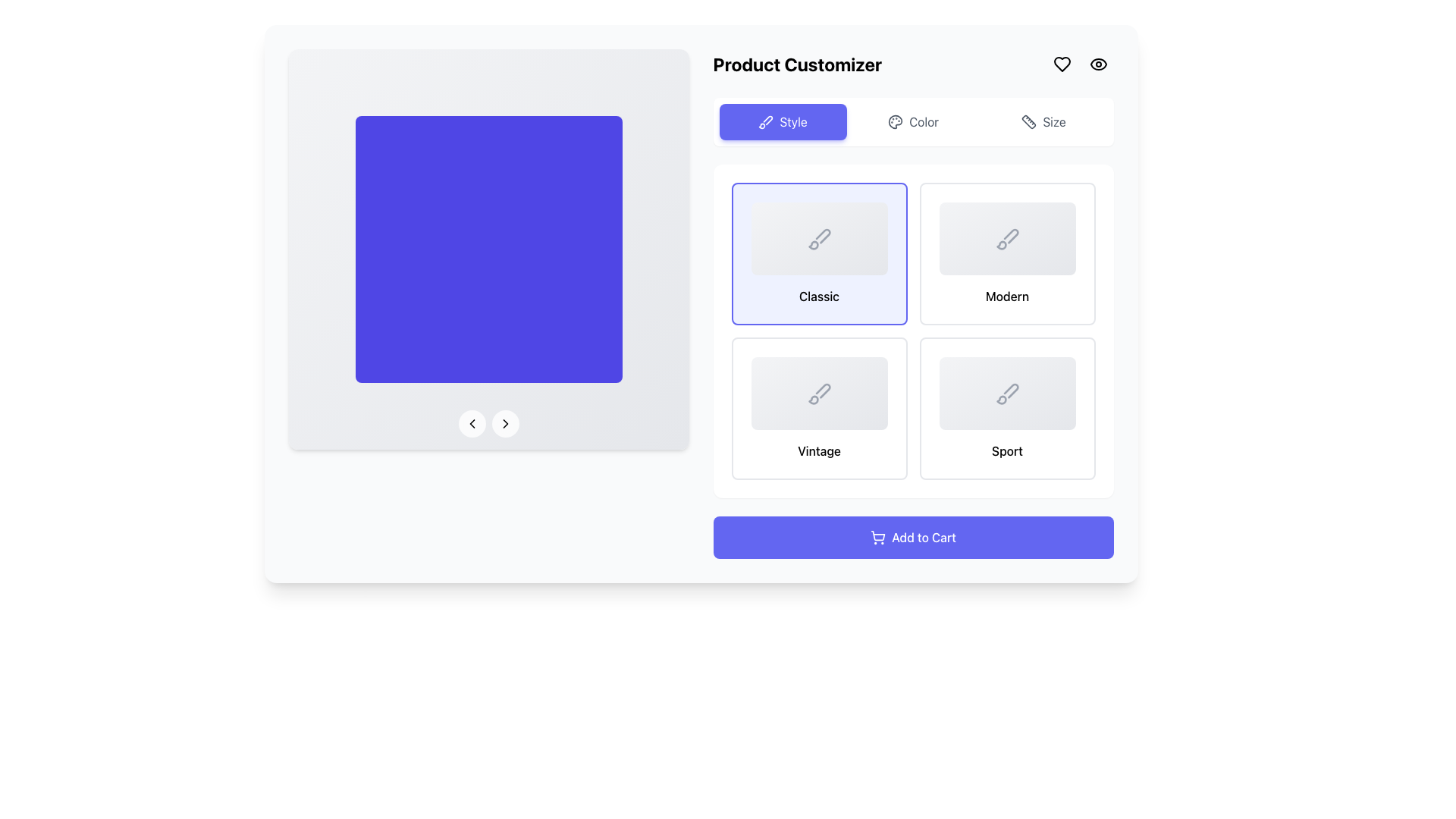 The height and width of the screenshot is (819, 1456). I want to click on the brush icon located in the fourth card of the 2x2 grid in the 'Style' section of the product customizer interface, so click(1007, 393).